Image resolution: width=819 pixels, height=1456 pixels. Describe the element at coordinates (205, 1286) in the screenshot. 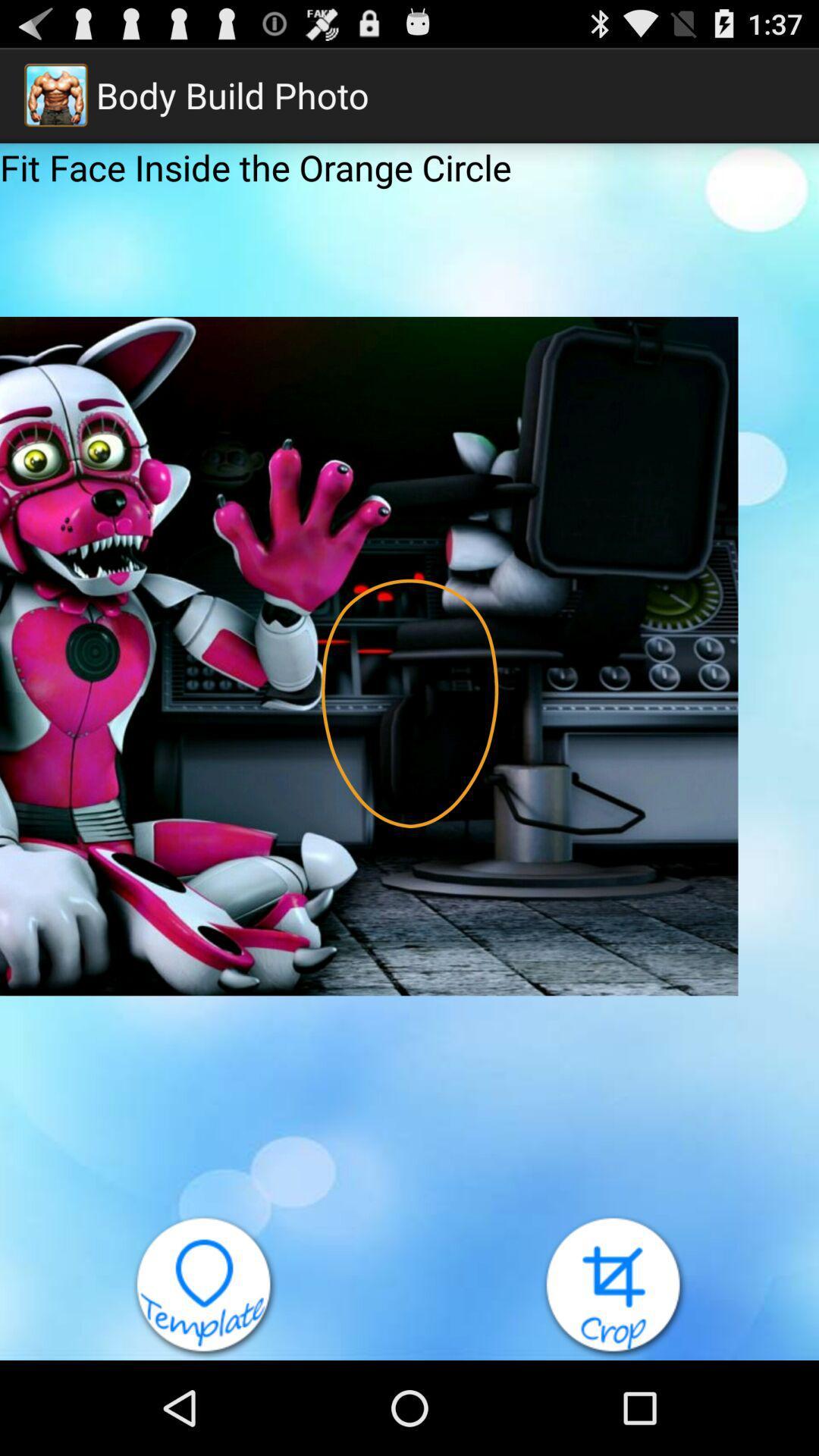

I see `the item at the bottom left corner` at that location.